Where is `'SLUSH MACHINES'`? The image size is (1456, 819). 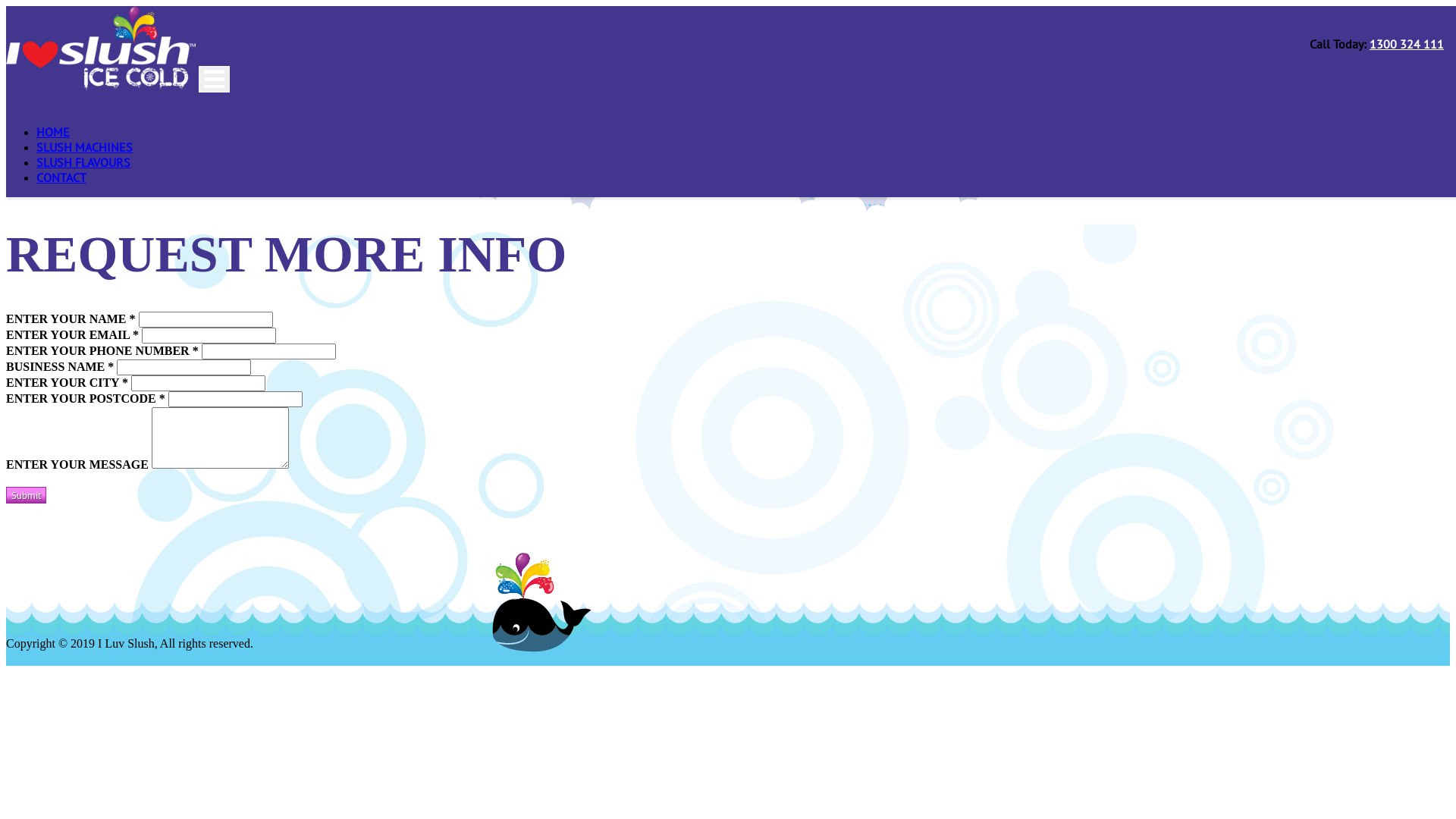
'SLUSH MACHINES' is located at coordinates (83, 146).